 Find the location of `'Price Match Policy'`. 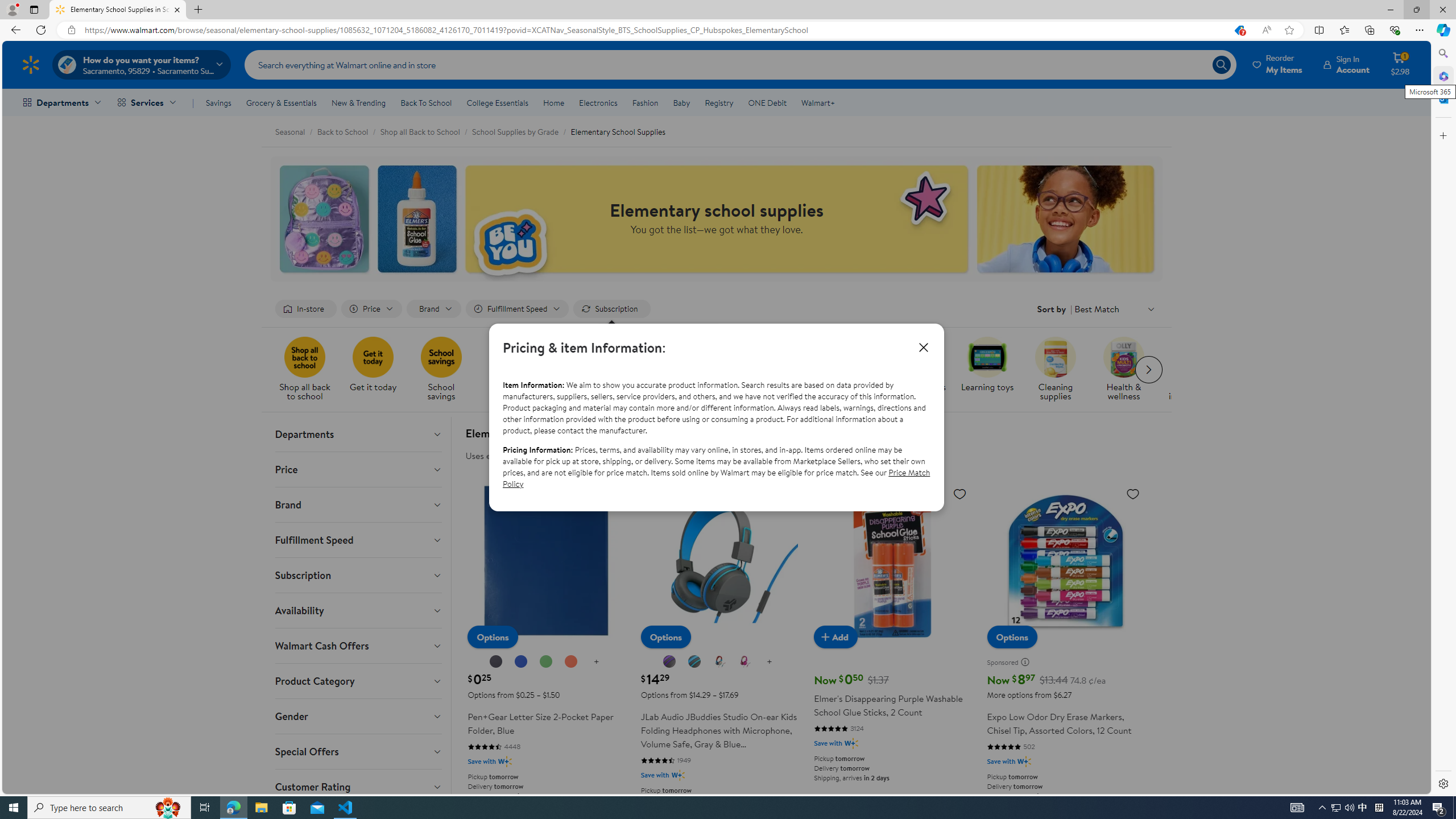

'Price Match Policy' is located at coordinates (716, 477).